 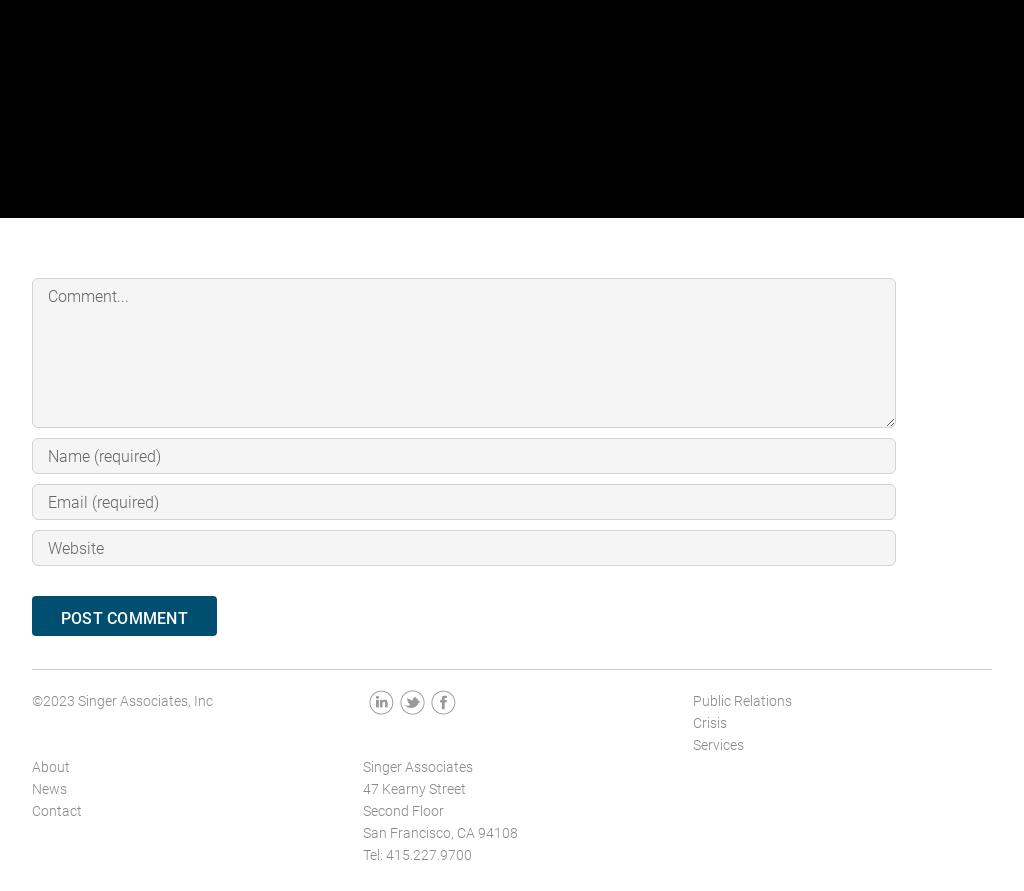 I want to click on 'Singer Associates', so click(x=415, y=766).